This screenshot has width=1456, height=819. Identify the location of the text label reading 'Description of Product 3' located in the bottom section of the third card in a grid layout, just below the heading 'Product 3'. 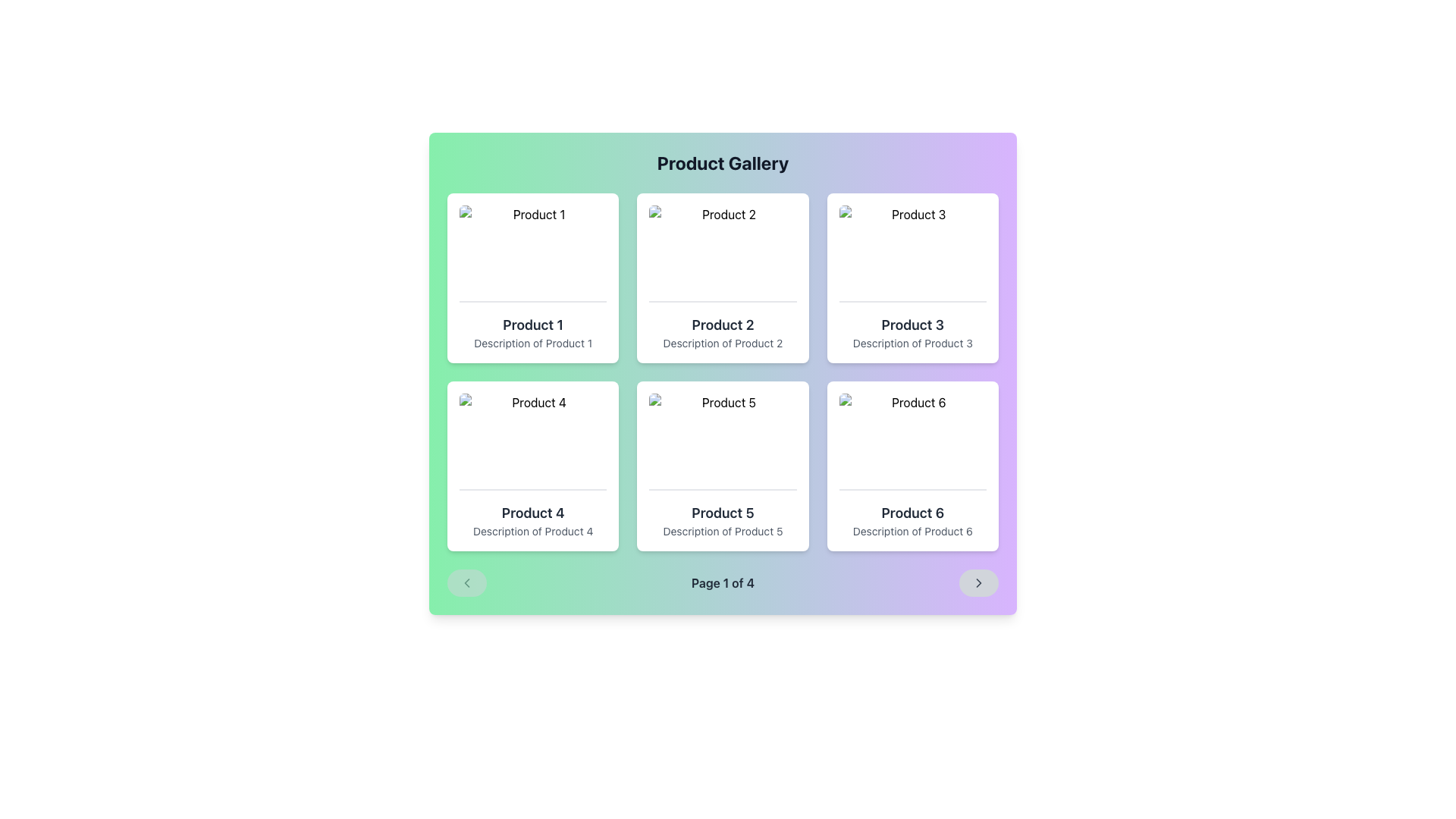
(912, 343).